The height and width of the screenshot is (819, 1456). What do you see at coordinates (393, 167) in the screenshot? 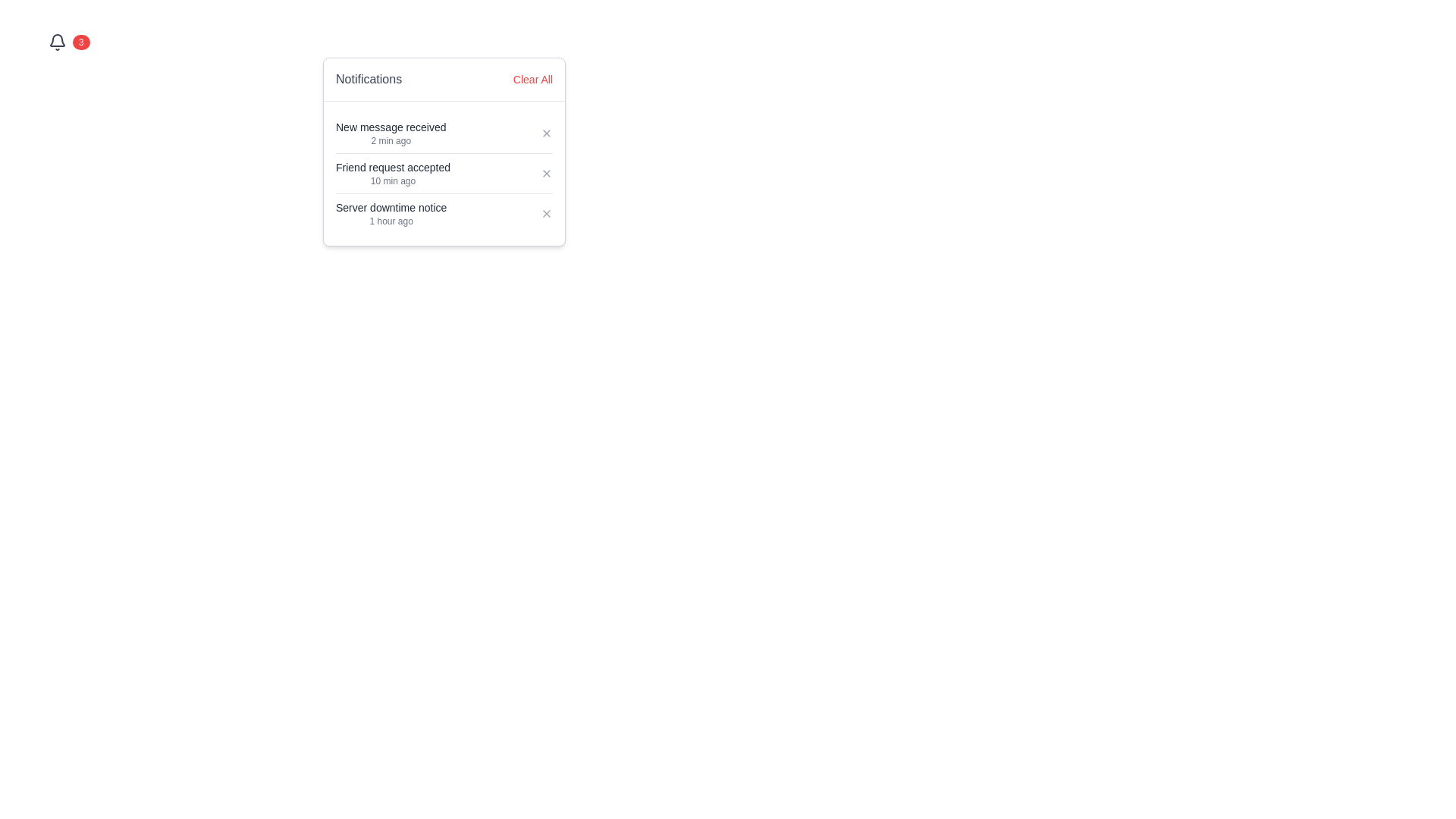
I see `the text label indicating a friend request has been accepted, which is centrally positioned within the second notification item in the list of notifications in the popup box` at bounding box center [393, 167].